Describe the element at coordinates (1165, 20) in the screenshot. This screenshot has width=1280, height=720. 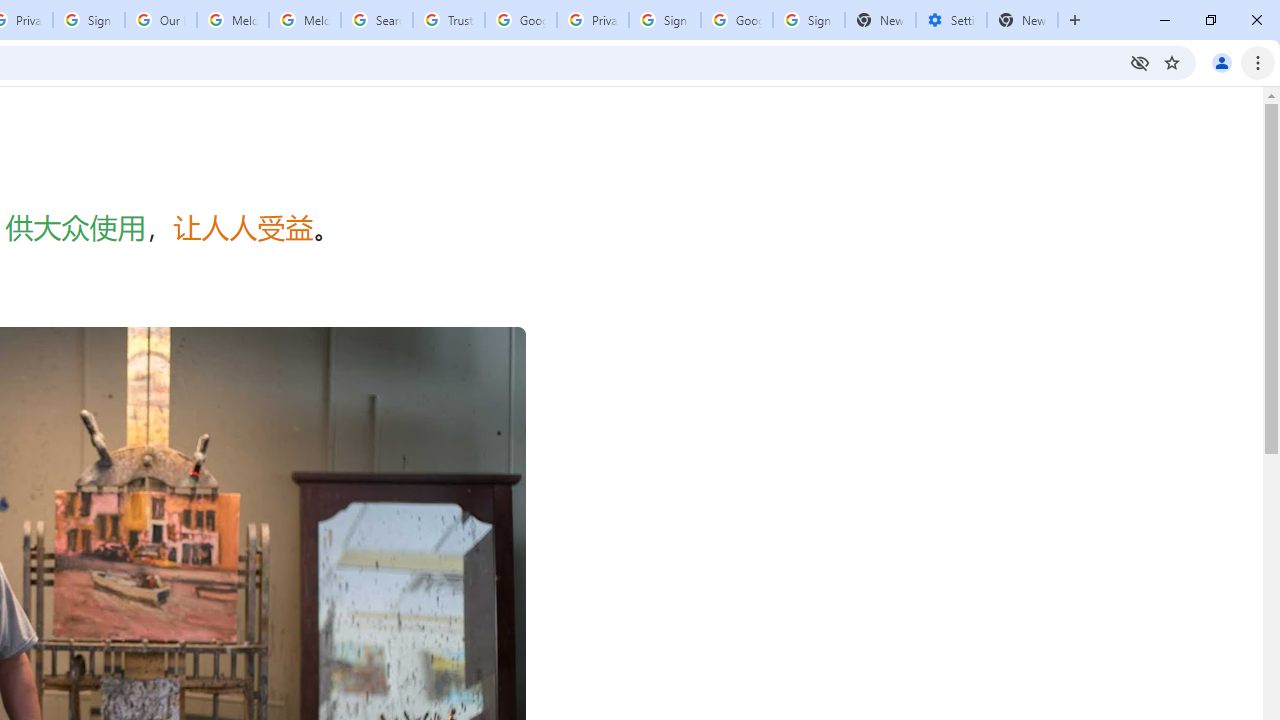
I see `'Minimize'` at that location.